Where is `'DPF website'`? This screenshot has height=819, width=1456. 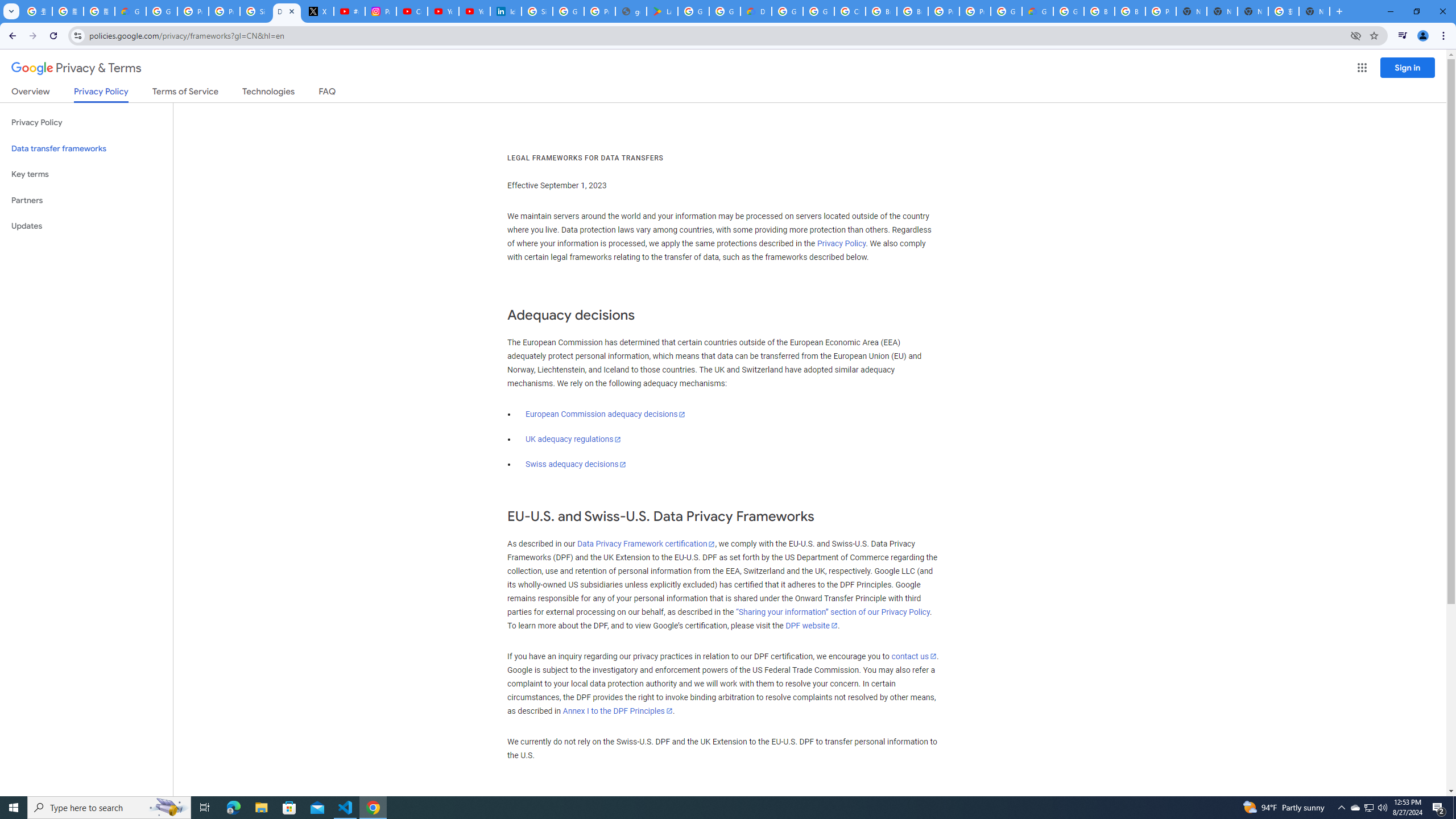
'DPF website' is located at coordinates (810, 625).